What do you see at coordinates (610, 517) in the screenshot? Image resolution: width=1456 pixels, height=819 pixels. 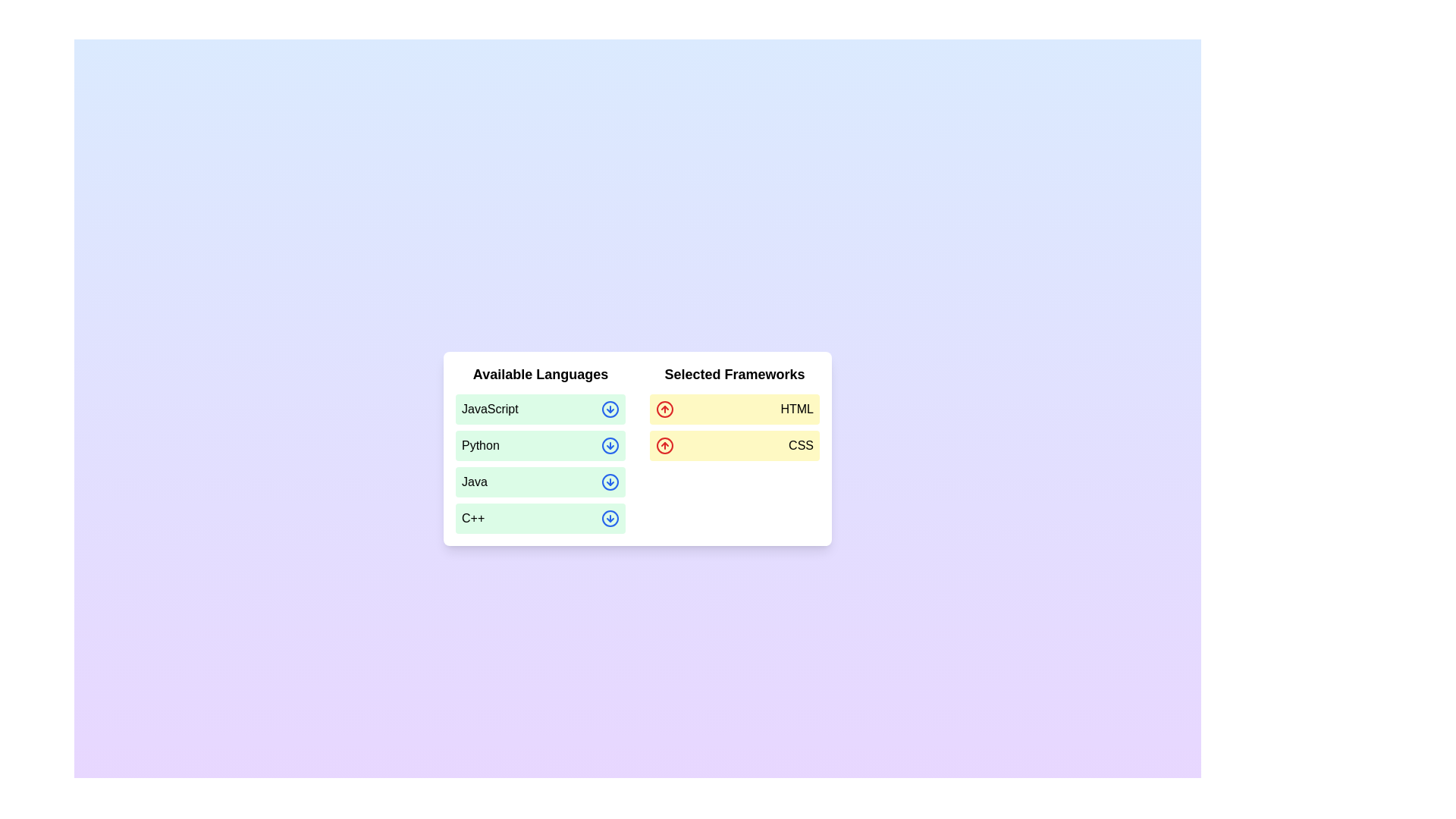 I see `the icon corresponding to C++` at bounding box center [610, 517].